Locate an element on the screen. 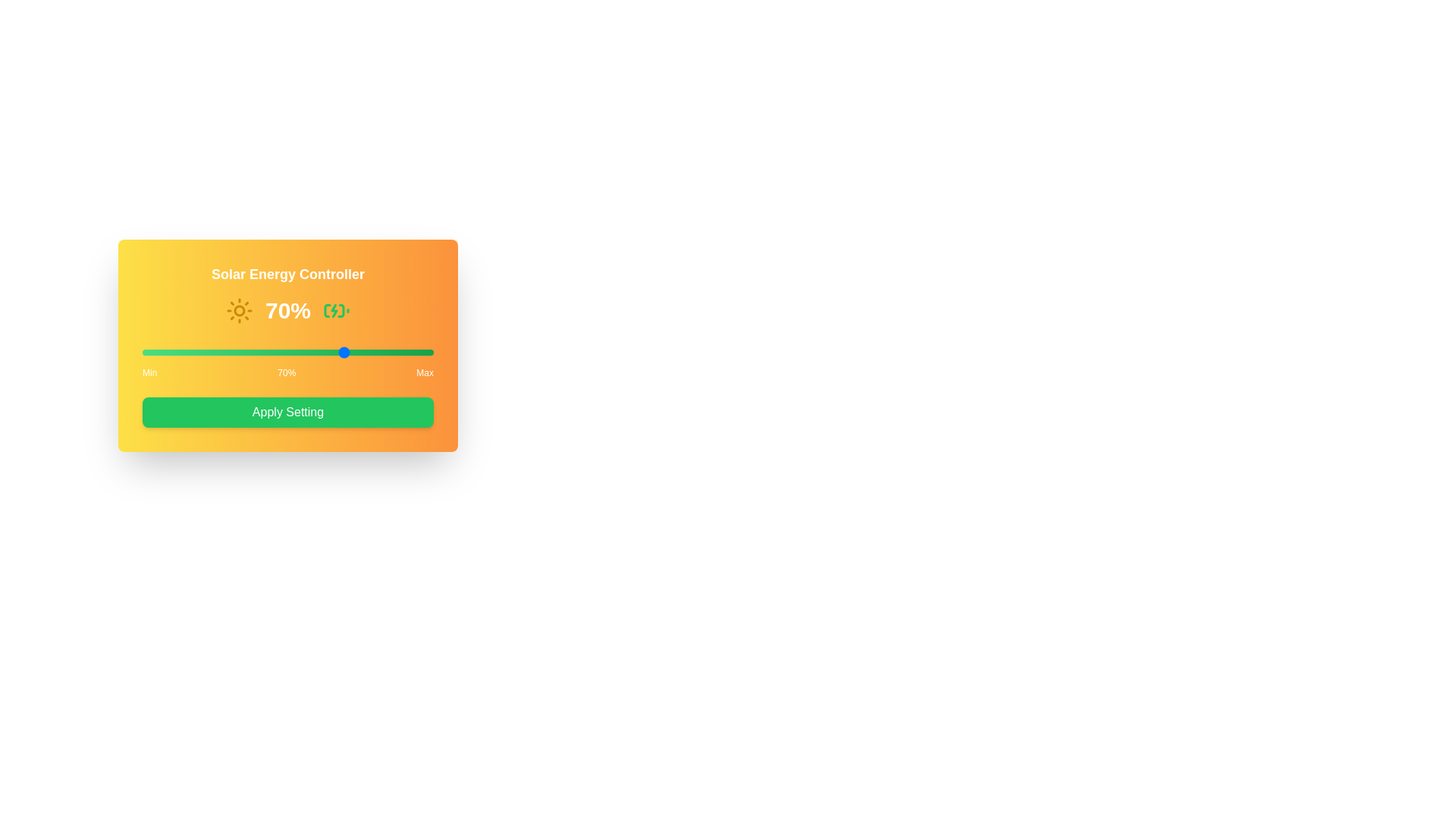 The image size is (1456, 819). the 'Apply Setting' button to apply the current solar energy settings is located at coordinates (287, 412).